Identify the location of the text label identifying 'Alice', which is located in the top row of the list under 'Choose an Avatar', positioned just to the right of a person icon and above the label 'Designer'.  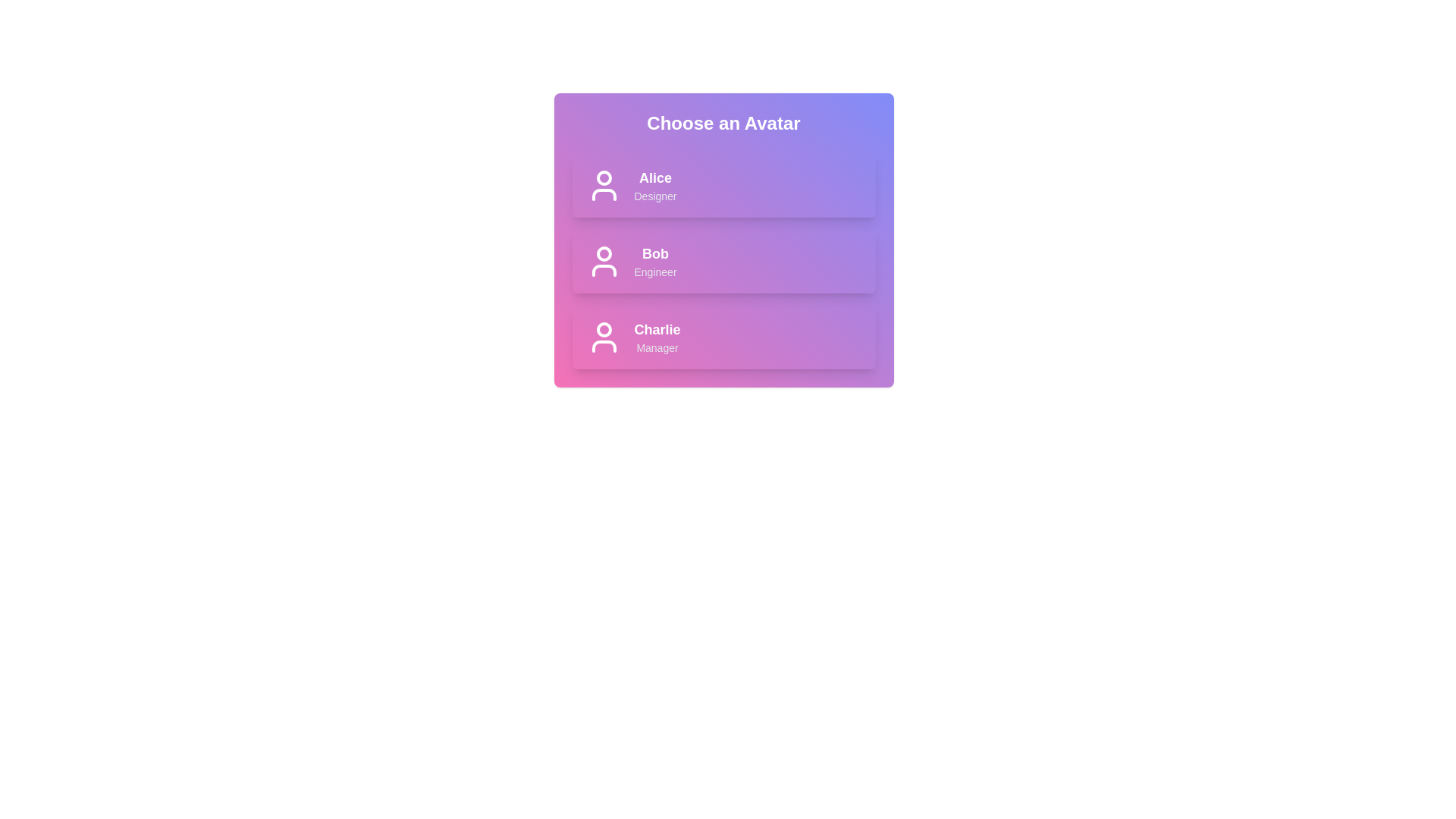
(655, 177).